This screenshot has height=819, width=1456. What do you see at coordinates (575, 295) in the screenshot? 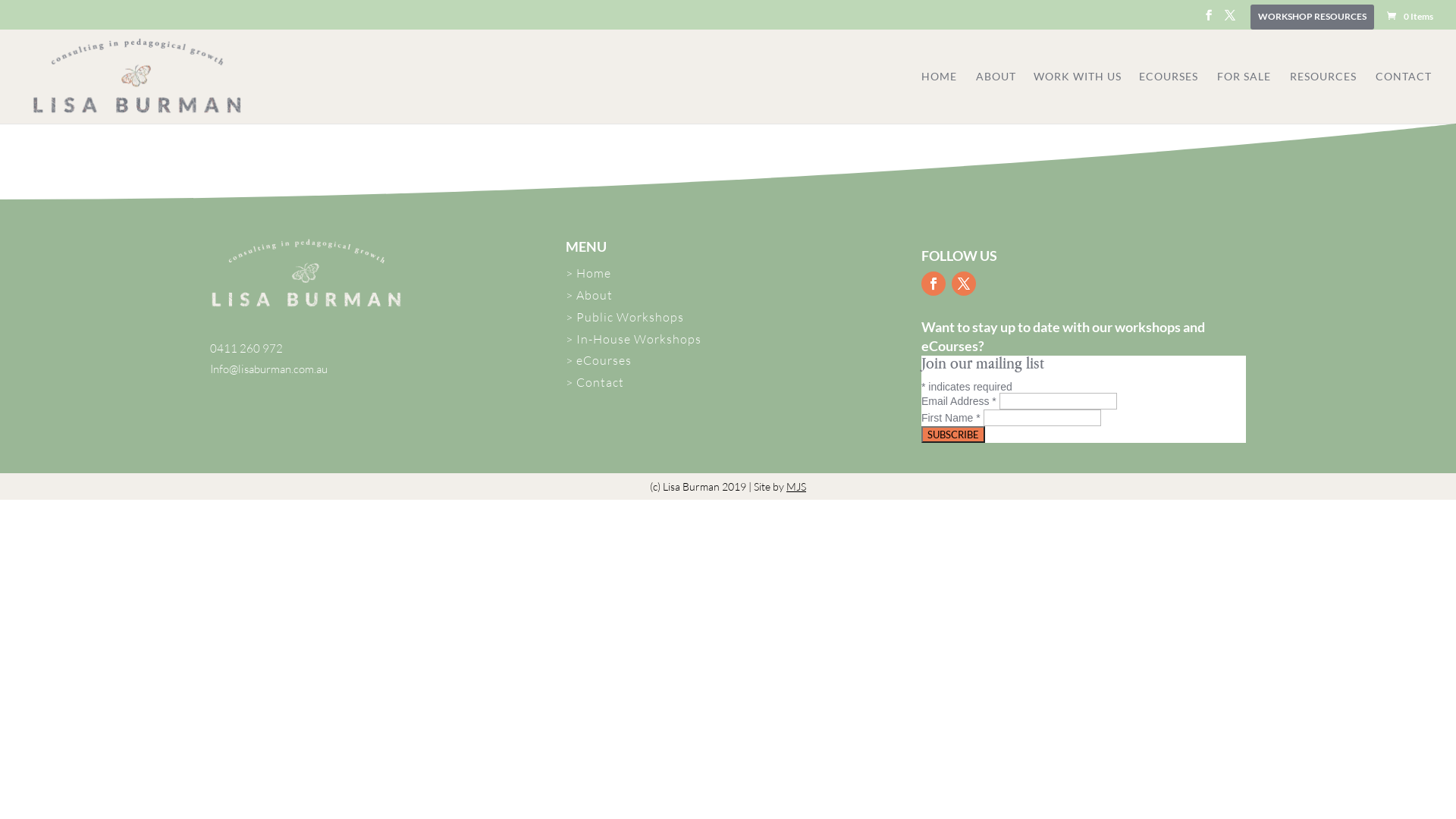
I see `'About'` at bounding box center [575, 295].